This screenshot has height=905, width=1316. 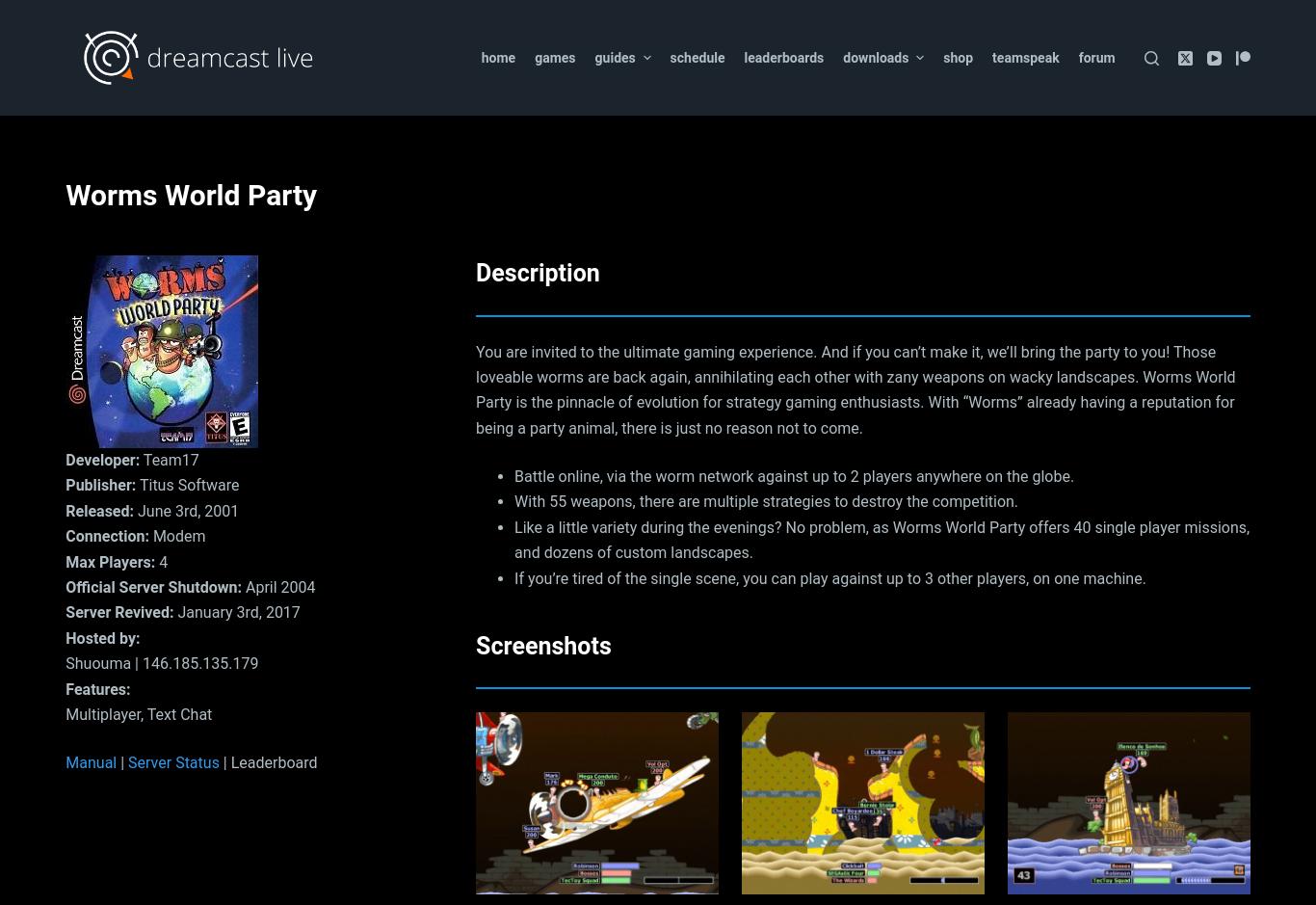 I want to click on 'Great to experience a classic online through the Dreamcast', so click(x=66, y=755).